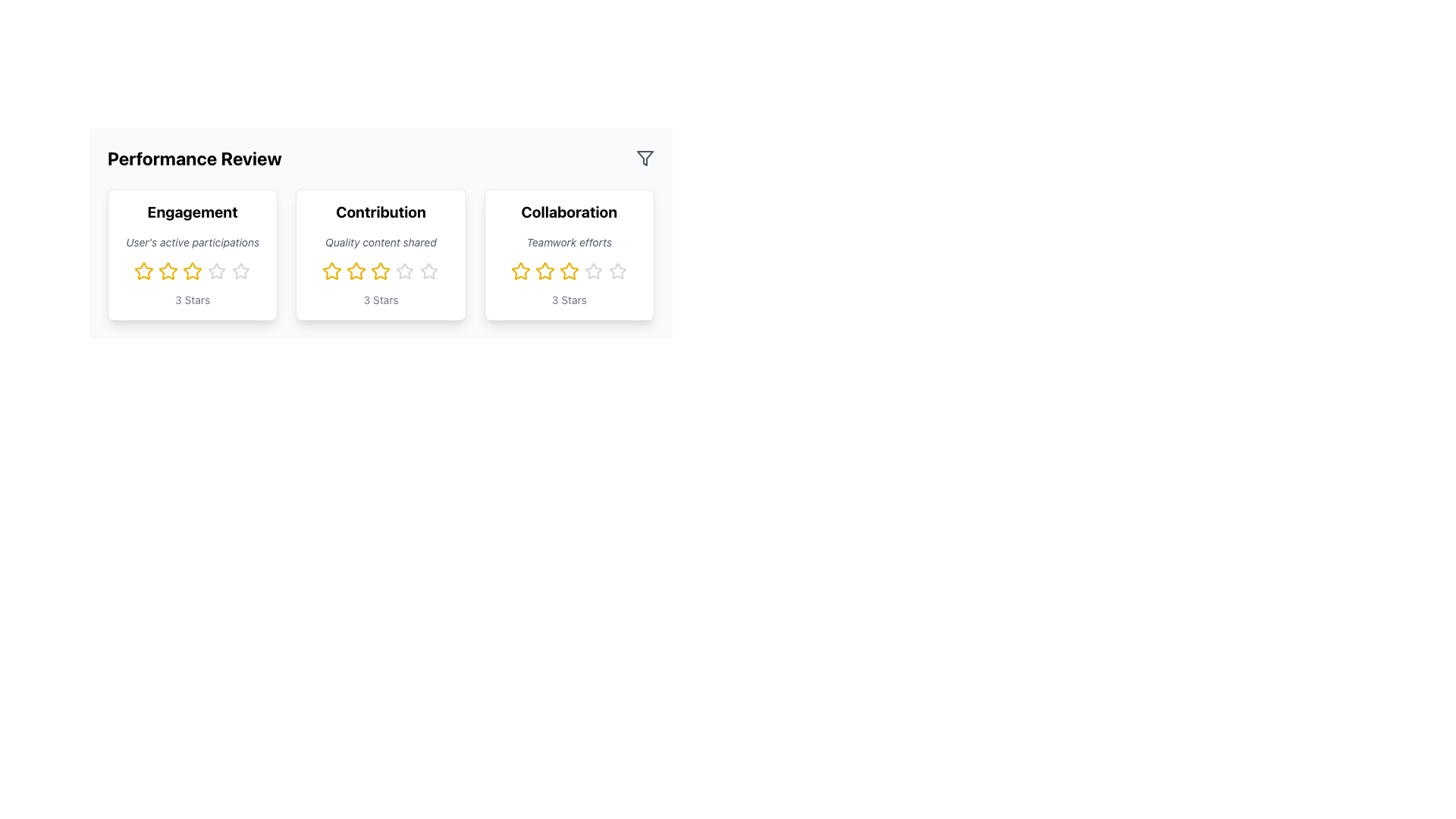 The height and width of the screenshot is (819, 1456). What do you see at coordinates (381, 242) in the screenshot?
I see `the text element that displays 'Quality content shared' in a small italicized font and gray color, located within the 'Contribution' card` at bounding box center [381, 242].